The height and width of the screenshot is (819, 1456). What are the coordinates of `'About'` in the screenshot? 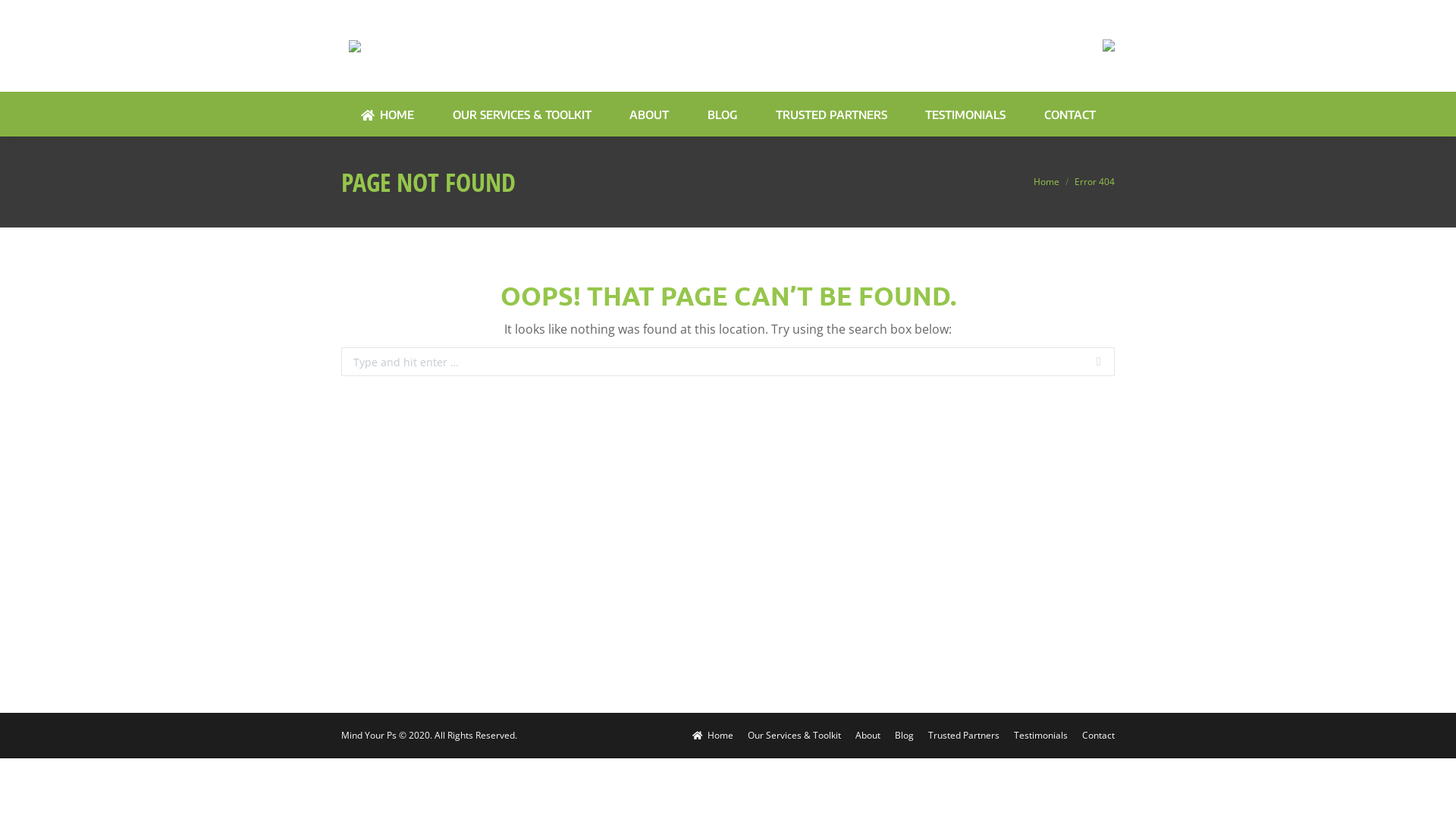 It's located at (868, 734).